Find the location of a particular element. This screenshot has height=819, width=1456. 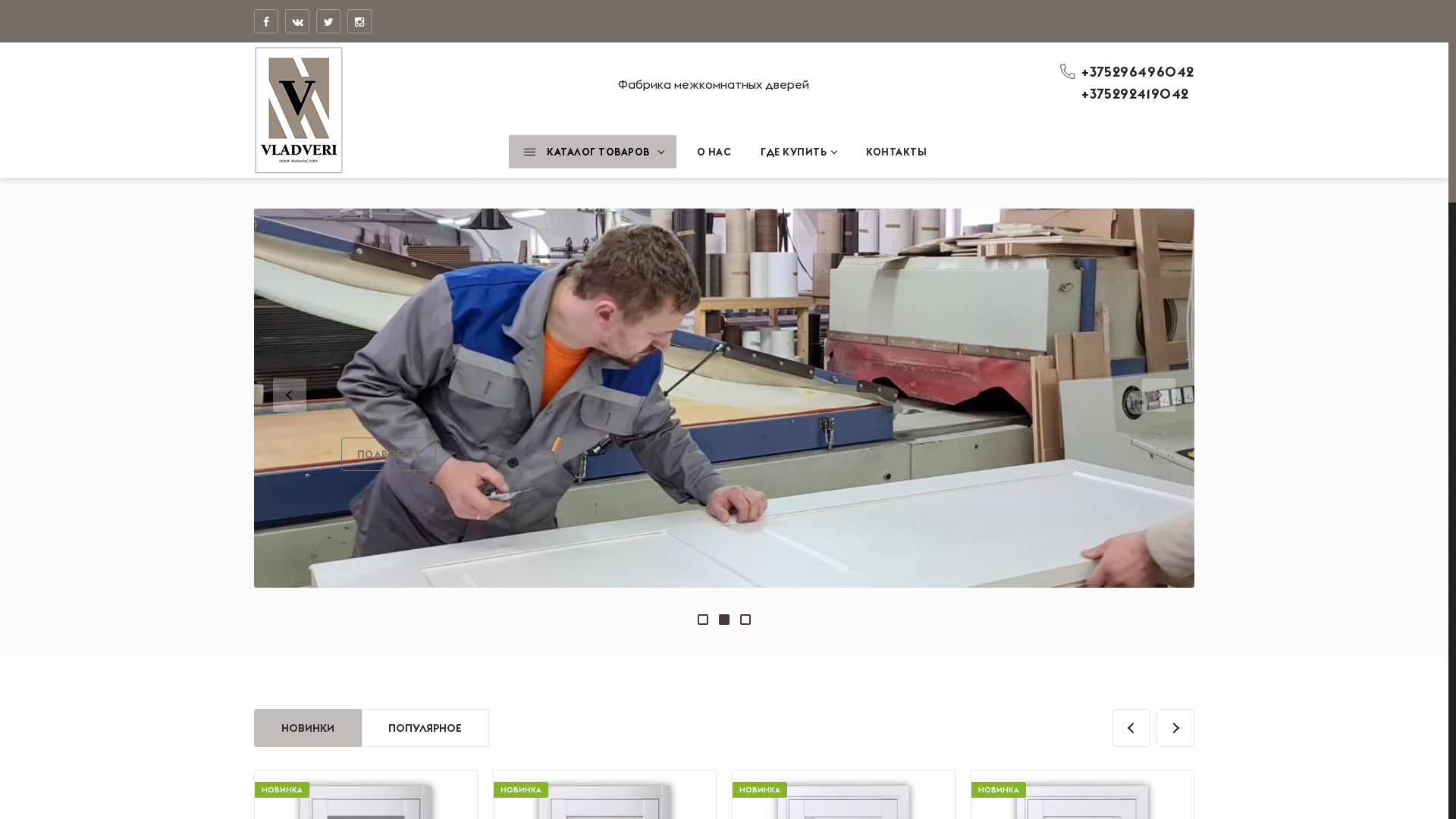

'+375292419042' is located at coordinates (1135, 93).